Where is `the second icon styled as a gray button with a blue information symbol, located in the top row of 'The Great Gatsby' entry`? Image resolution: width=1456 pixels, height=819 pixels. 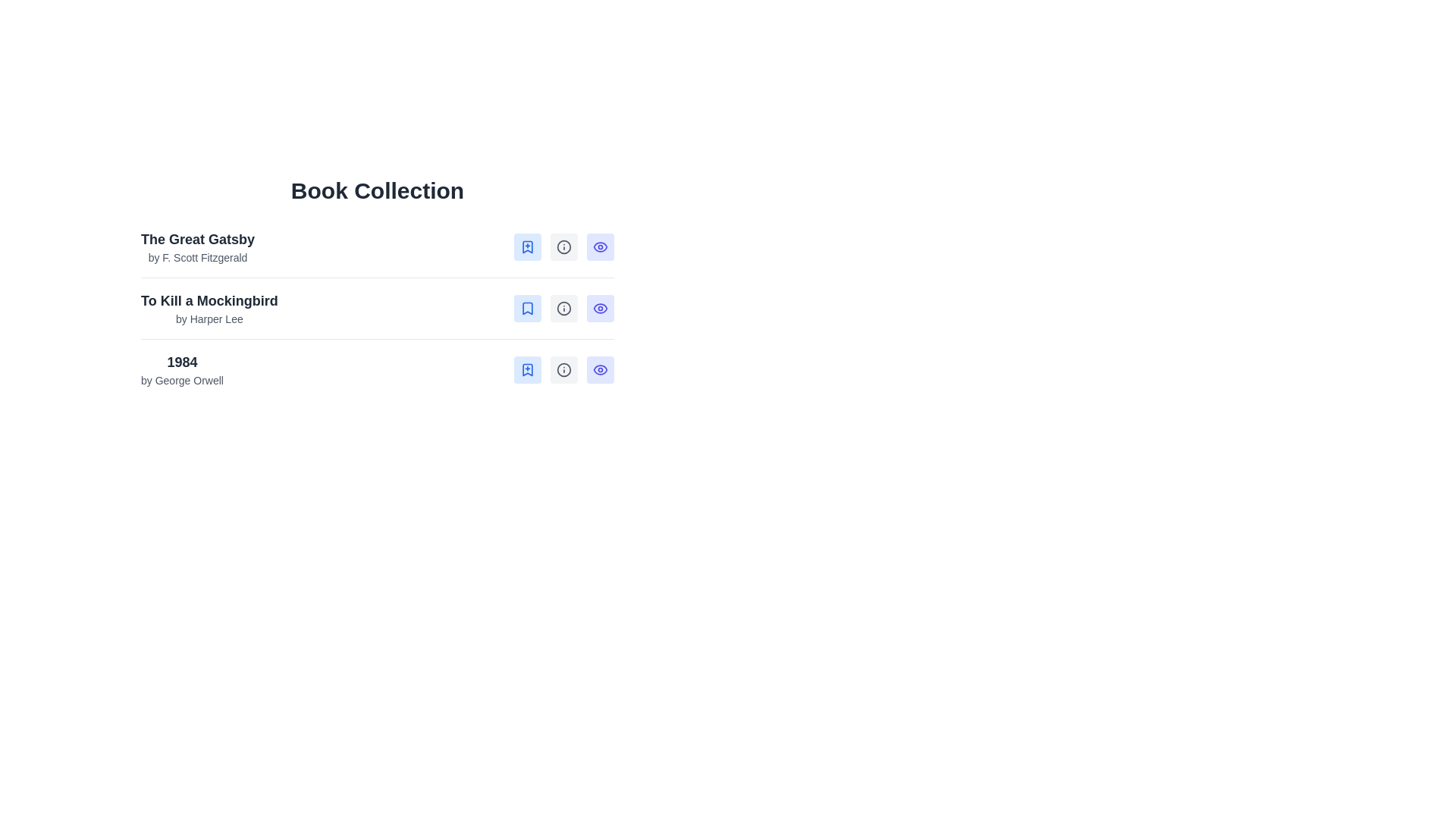
the second icon styled as a gray button with a blue information symbol, located in the top row of 'The Great Gatsby' entry is located at coordinates (563, 246).